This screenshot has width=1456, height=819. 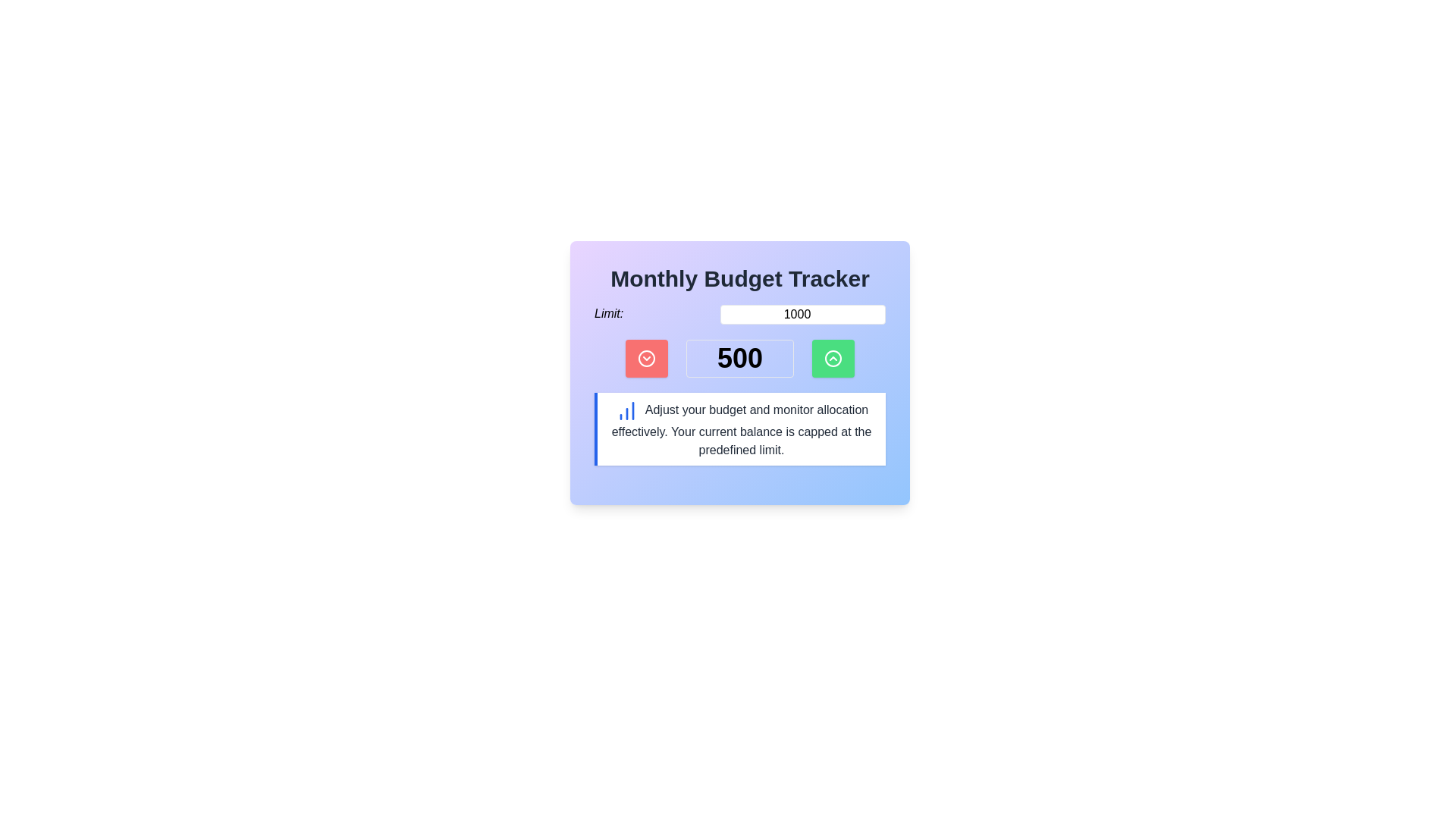 I want to click on the green button with a chevron shape located to the right of the central numeric display to increment the numerical value, so click(x=833, y=359).